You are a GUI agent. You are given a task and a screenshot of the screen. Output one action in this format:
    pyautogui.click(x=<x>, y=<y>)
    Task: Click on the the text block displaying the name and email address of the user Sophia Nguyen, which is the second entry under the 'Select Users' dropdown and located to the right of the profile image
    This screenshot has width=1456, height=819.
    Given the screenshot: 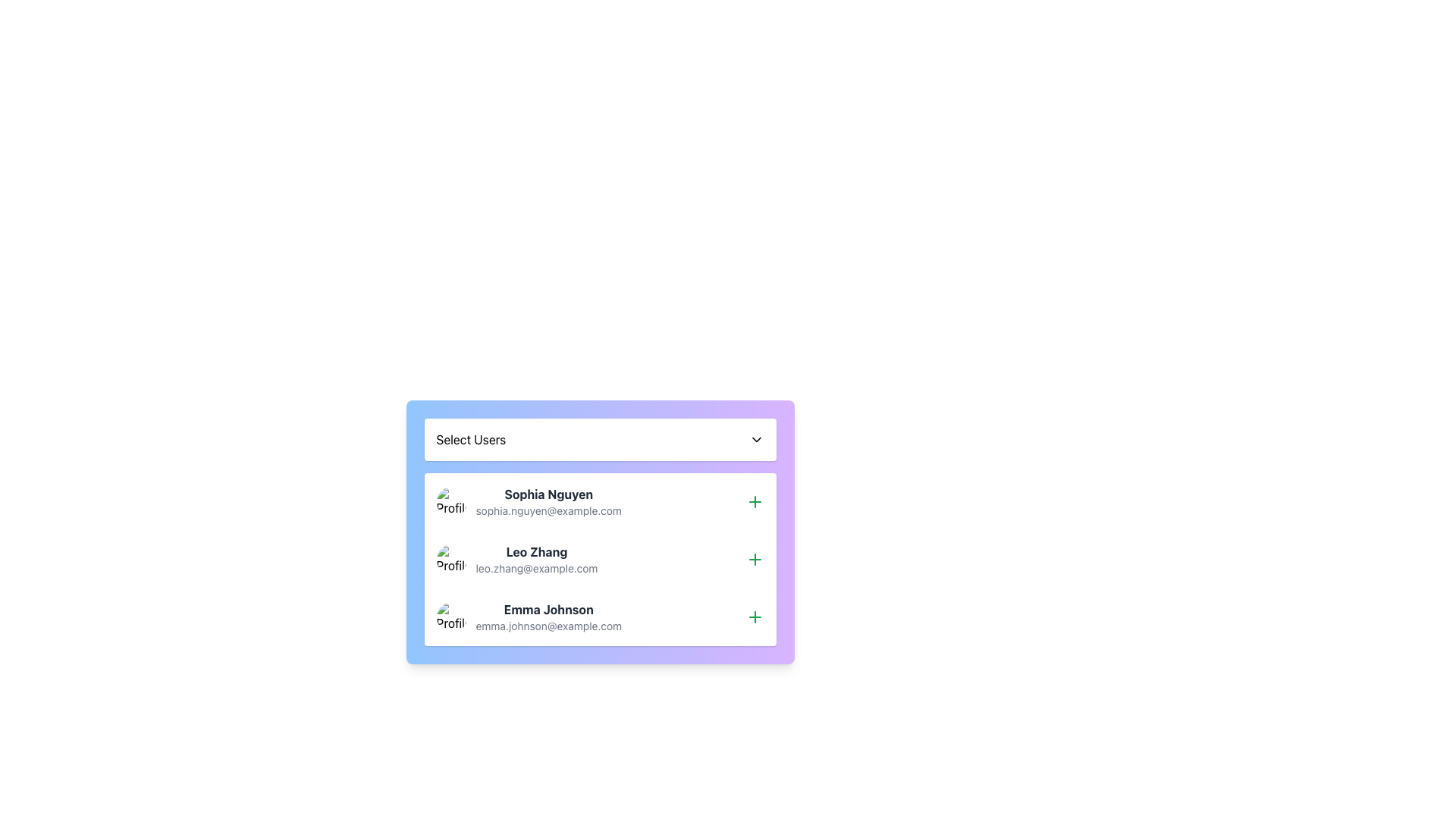 What is the action you would take?
    pyautogui.click(x=548, y=502)
    